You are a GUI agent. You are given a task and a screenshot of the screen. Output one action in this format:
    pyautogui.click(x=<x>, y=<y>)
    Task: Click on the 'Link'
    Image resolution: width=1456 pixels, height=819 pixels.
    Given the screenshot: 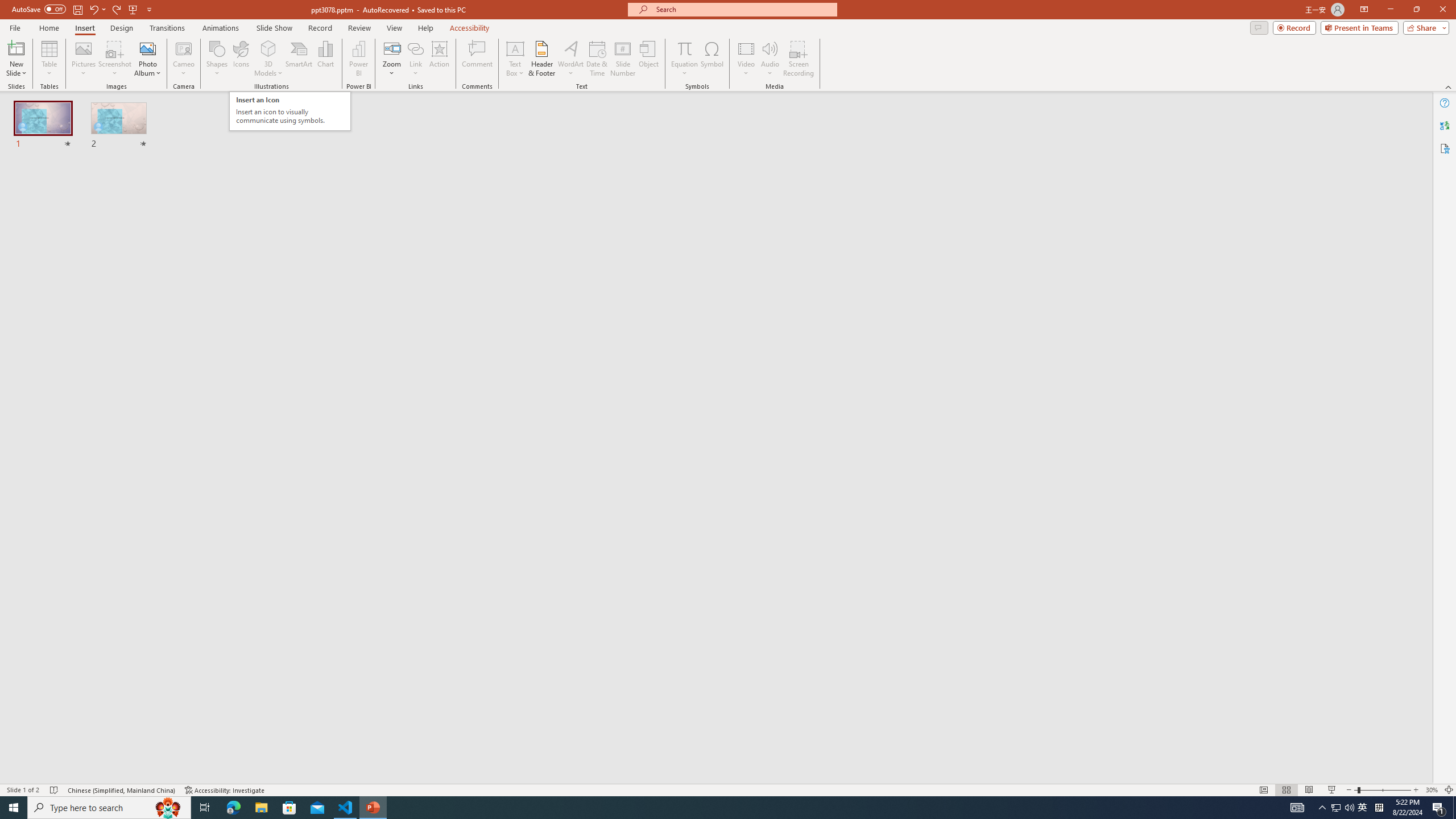 What is the action you would take?
    pyautogui.click(x=415, y=48)
    